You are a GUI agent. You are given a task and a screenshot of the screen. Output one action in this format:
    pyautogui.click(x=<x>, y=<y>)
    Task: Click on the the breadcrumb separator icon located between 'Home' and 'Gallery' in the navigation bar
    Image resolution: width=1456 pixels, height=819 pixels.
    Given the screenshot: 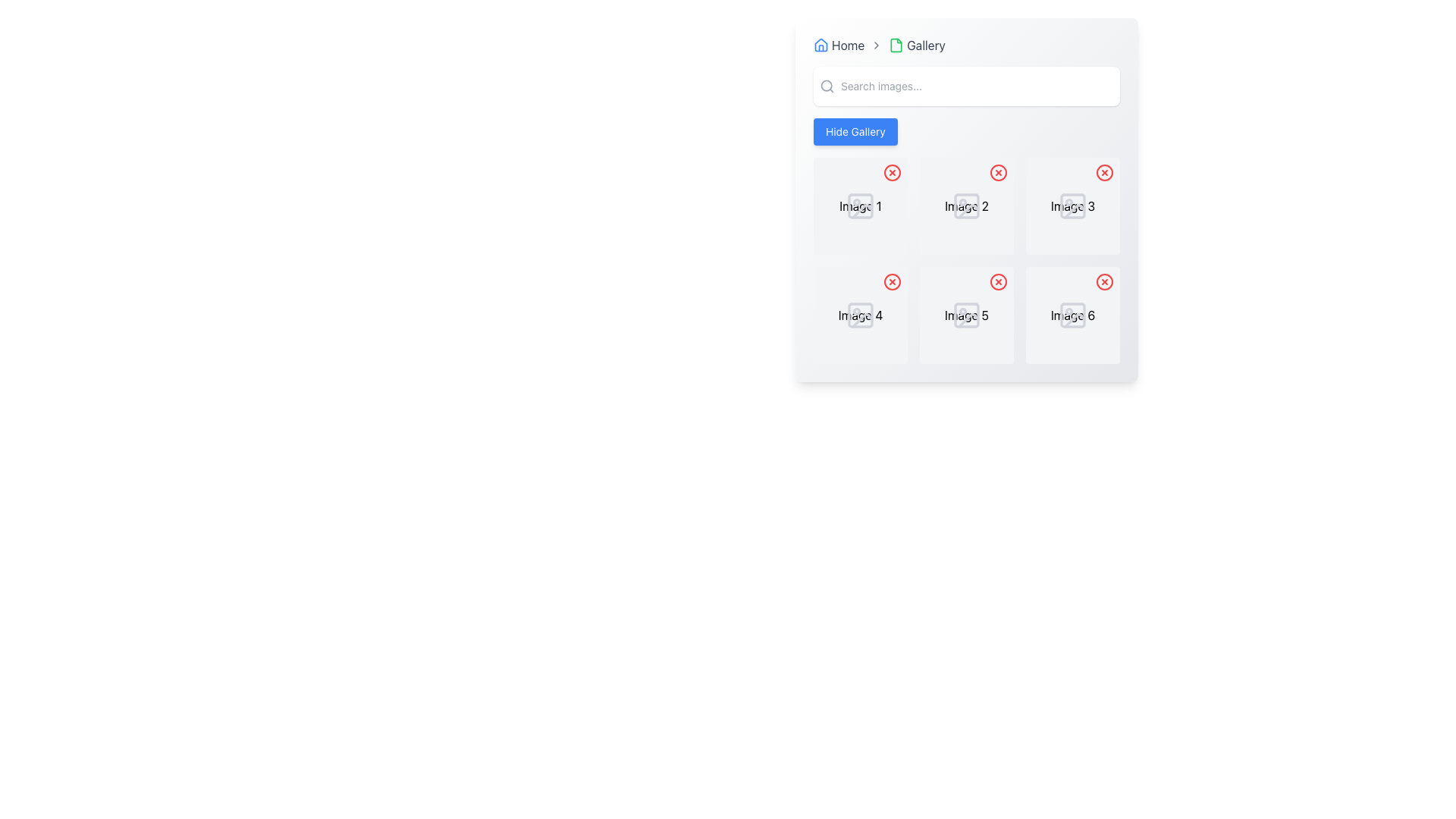 What is the action you would take?
    pyautogui.click(x=877, y=45)
    